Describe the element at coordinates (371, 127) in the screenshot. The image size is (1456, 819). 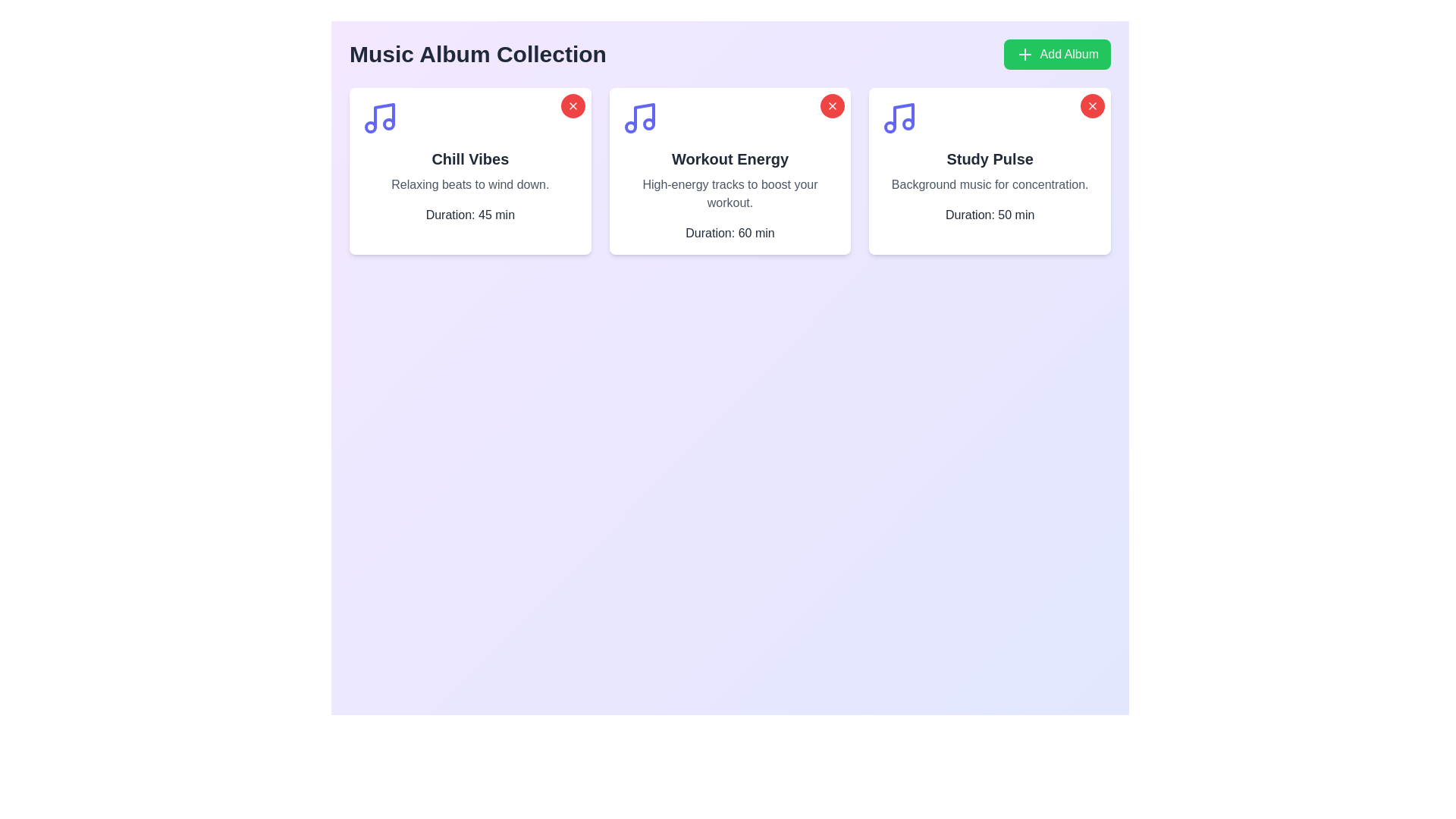
I see `bottom-left circular part of the 'Chill Vibes' card SVG icon in the developer tools` at that location.